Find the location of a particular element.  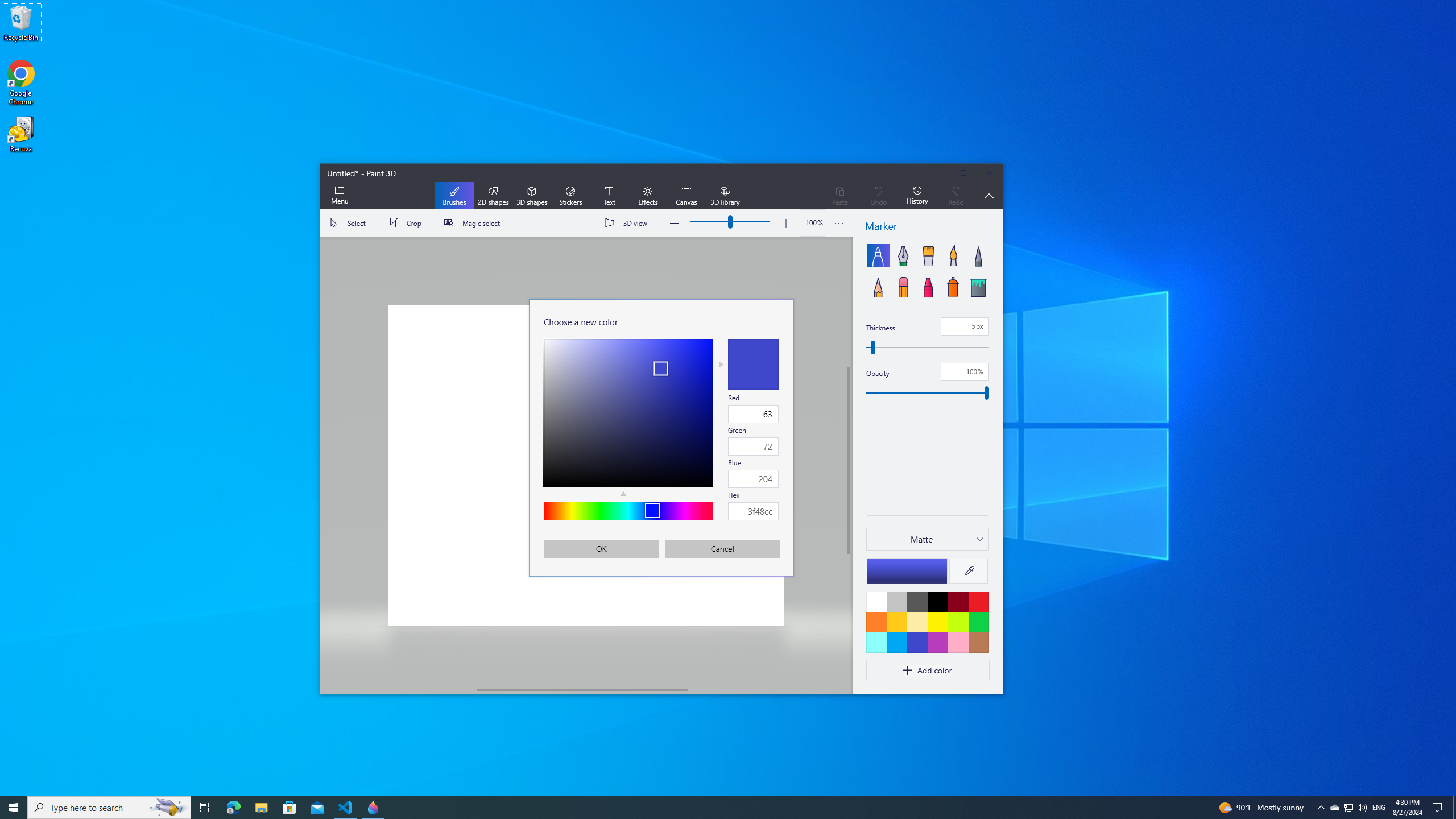

'Action Center, No new notifications' is located at coordinates (1439, 806).